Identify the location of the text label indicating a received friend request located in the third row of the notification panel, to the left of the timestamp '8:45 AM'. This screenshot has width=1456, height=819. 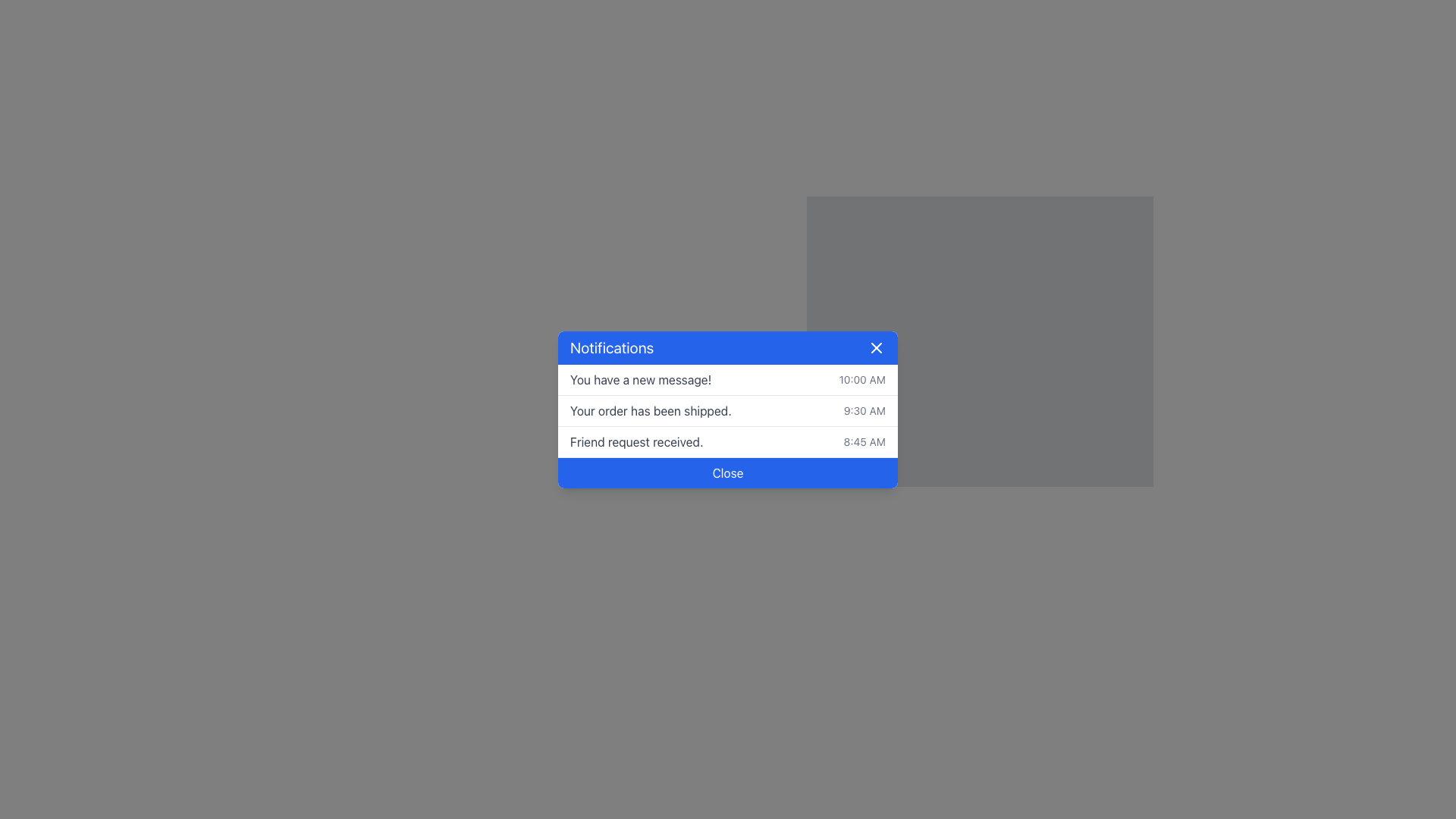
(636, 441).